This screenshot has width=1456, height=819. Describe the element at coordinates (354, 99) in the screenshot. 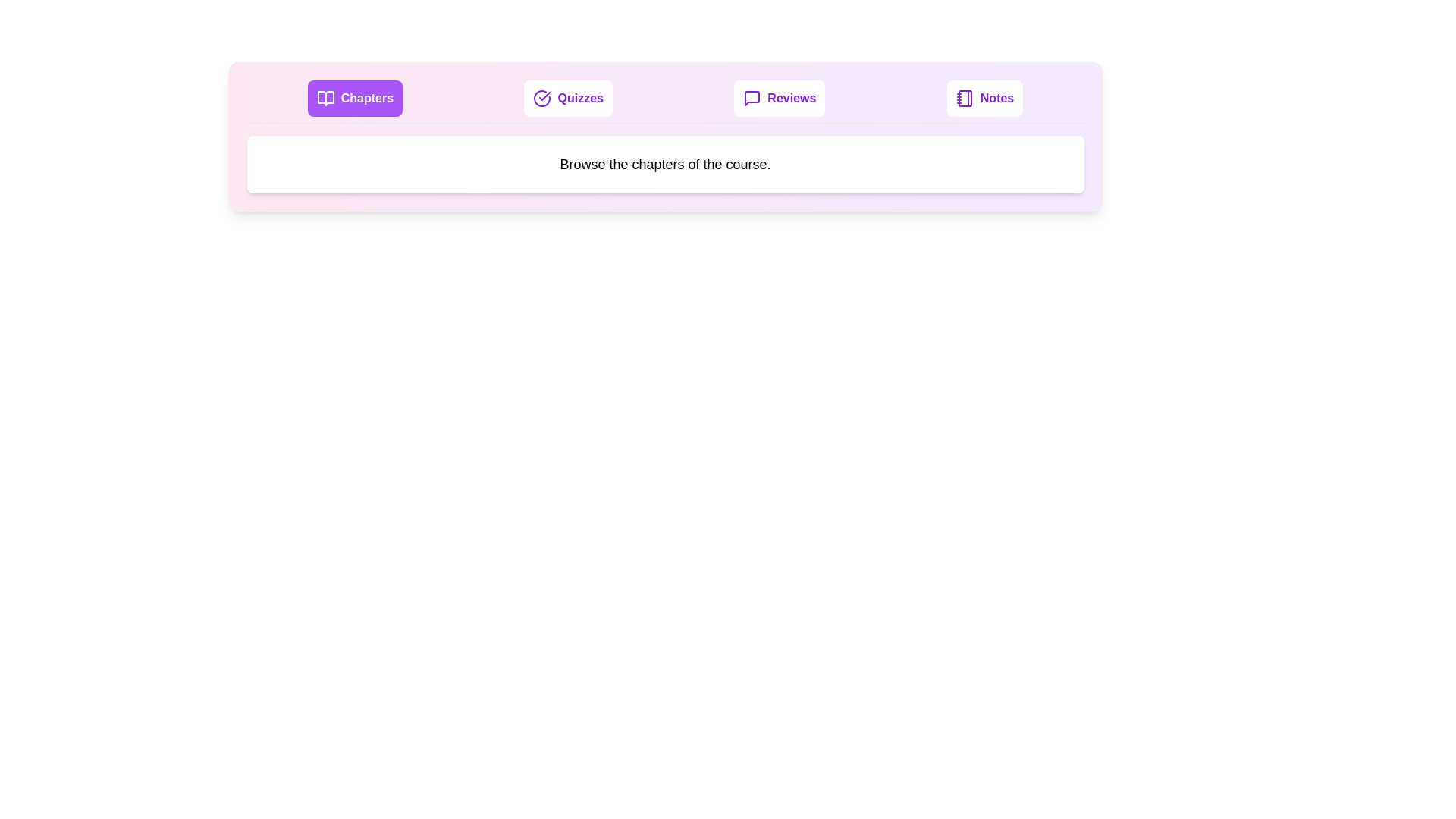

I see `the Chapters tab` at that location.